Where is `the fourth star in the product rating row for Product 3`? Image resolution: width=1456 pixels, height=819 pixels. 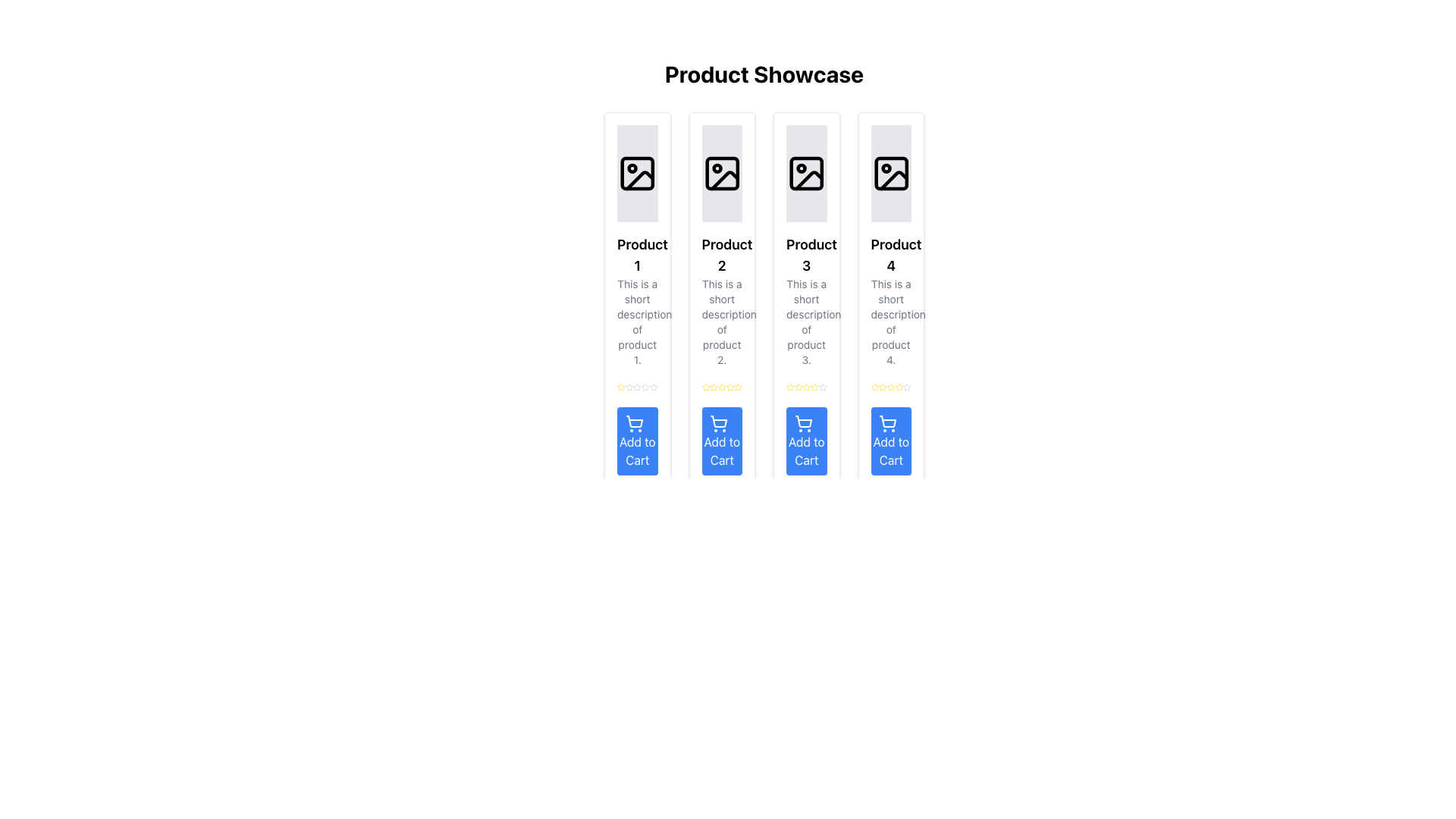 the fourth star in the product rating row for Product 3 is located at coordinates (805, 386).